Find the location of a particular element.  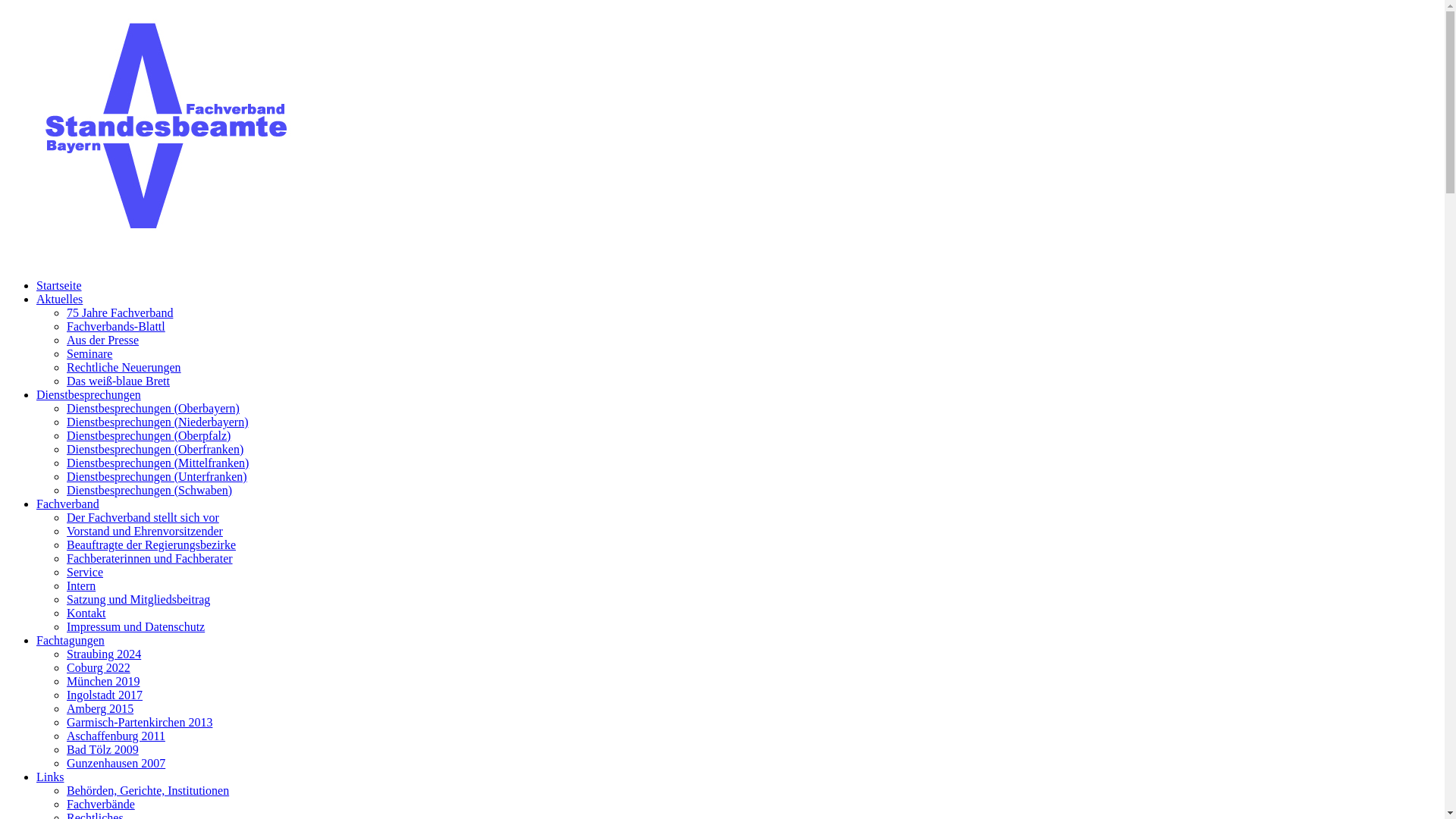

'Dienstbesprechungen (Mittelfranken)' is located at coordinates (157, 462).